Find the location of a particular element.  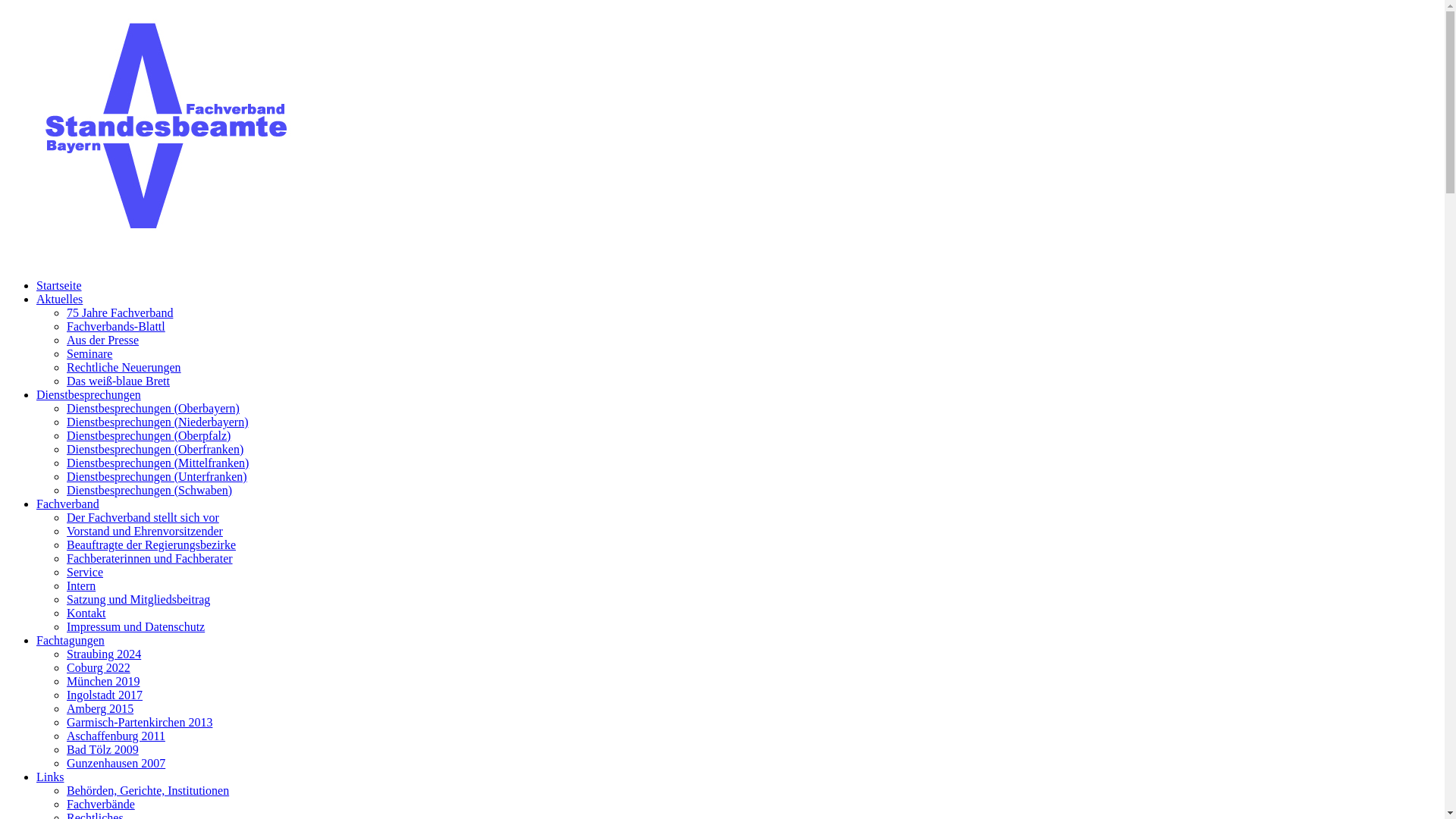

'Dienstbesprechungen (Mittelfranken)' is located at coordinates (157, 462).